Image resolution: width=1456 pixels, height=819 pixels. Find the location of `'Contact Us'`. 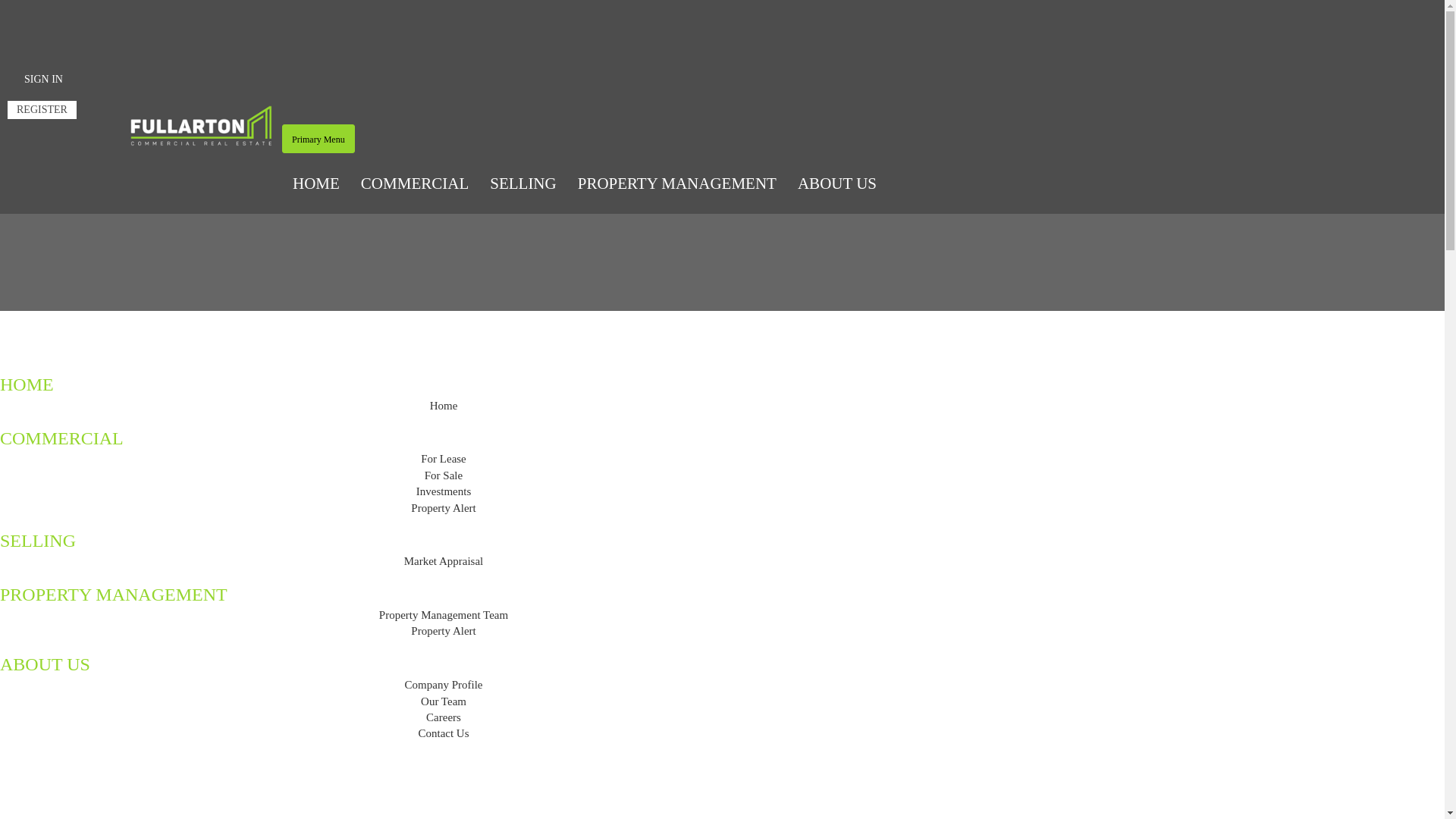

'Contact Us' is located at coordinates (442, 733).